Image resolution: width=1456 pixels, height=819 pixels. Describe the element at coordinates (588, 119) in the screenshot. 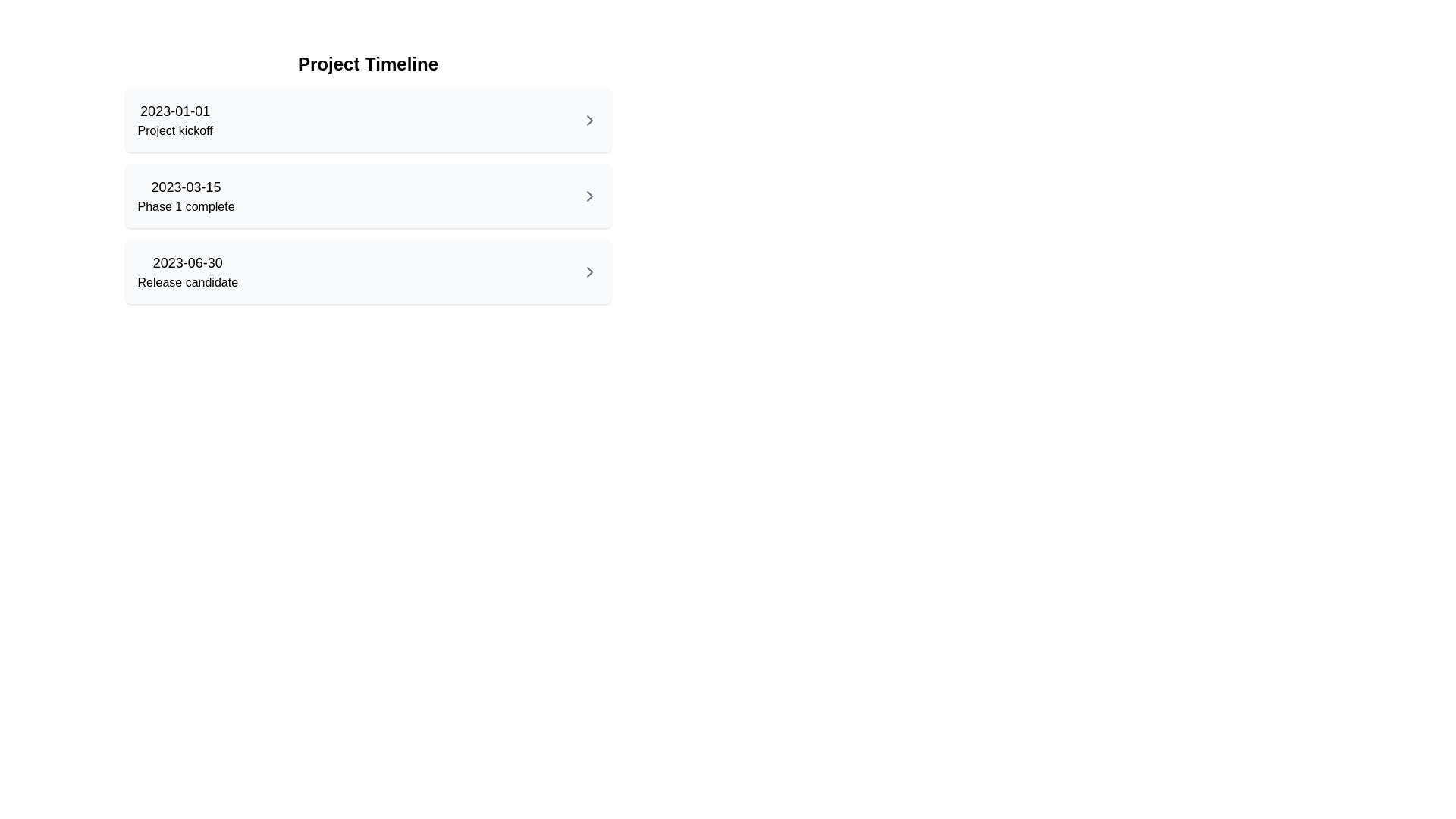

I see `the navigation button located at the rightmost end of the '2023-01-01 Project kickoff' row` at that location.